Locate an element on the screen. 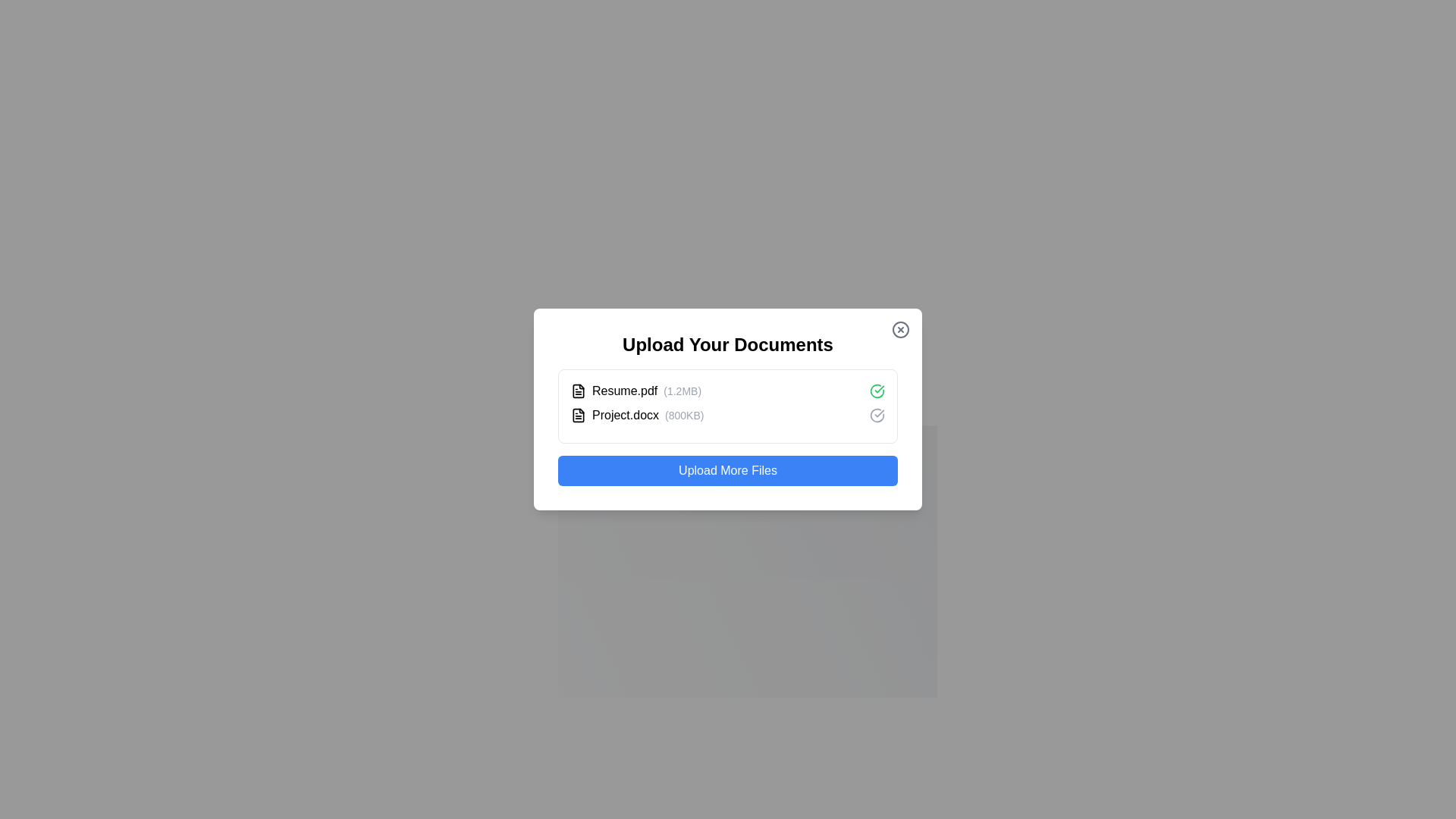  the approval icon located to the far right of the 'Resume.pdf (1.2MB)' text in the document upload list is located at coordinates (877, 391).